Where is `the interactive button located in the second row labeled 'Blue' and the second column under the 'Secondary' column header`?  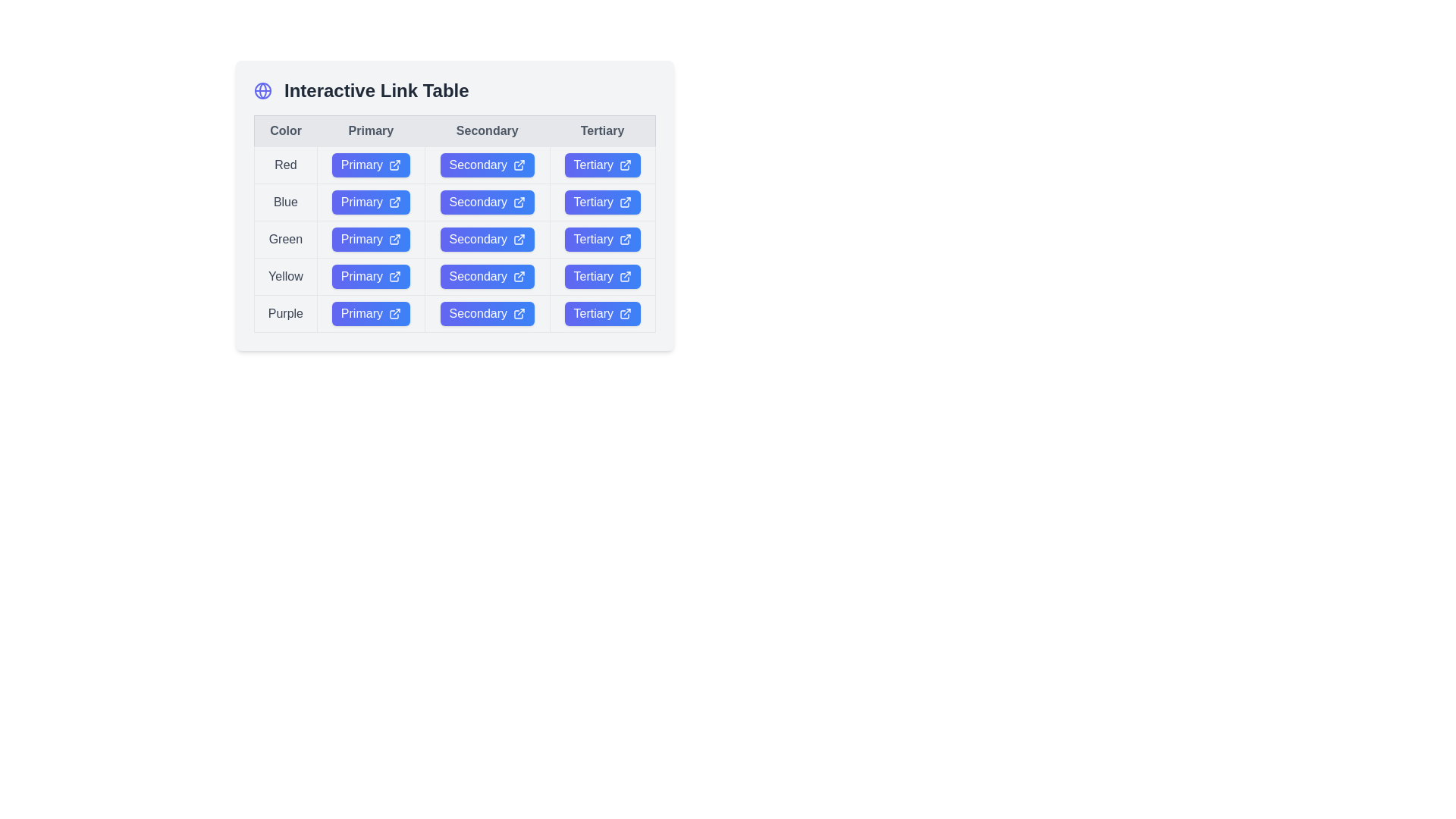 the interactive button located in the second row labeled 'Blue' and the second column under the 'Secondary' column header is located at coordinates (454, 206).